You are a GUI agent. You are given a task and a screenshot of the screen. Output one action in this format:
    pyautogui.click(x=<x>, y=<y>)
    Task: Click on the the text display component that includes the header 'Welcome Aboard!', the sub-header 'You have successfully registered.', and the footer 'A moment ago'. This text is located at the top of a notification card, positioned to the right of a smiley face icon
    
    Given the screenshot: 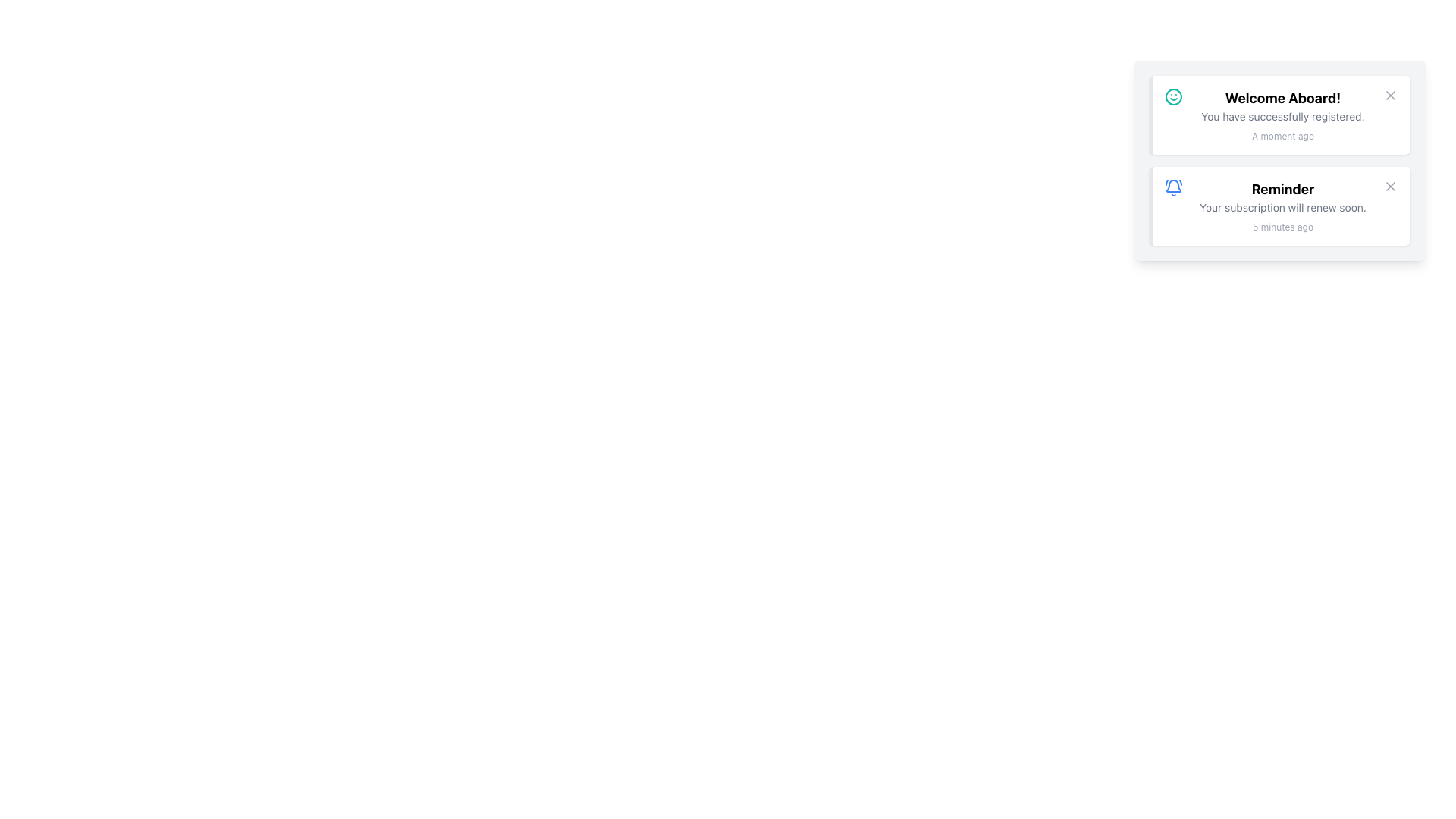 What is the action you would take?
    pyautogui.click(x=1282, y=114)
    